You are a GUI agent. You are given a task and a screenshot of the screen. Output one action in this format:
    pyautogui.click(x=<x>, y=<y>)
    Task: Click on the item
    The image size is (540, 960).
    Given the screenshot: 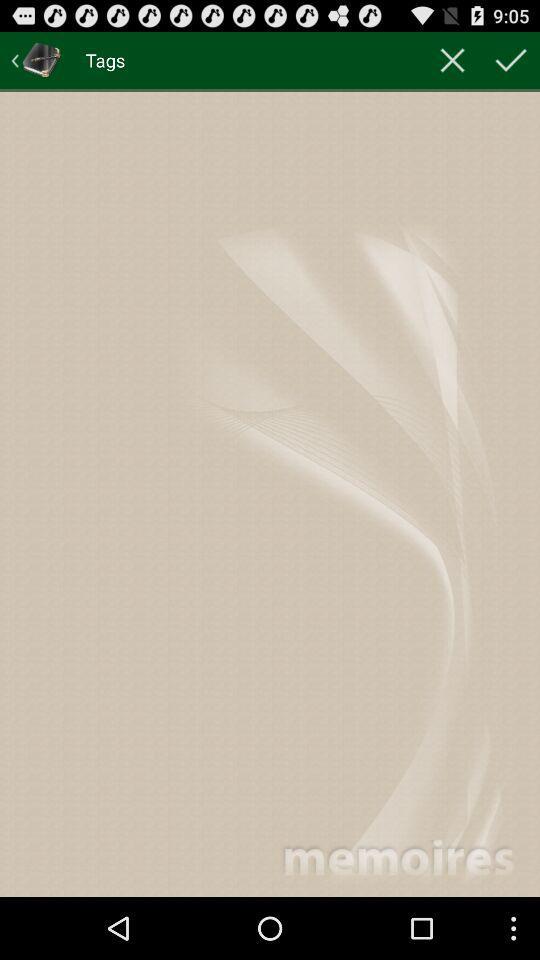 What is the action you would take?
    pyautogui.click(x=511, y=59)
    